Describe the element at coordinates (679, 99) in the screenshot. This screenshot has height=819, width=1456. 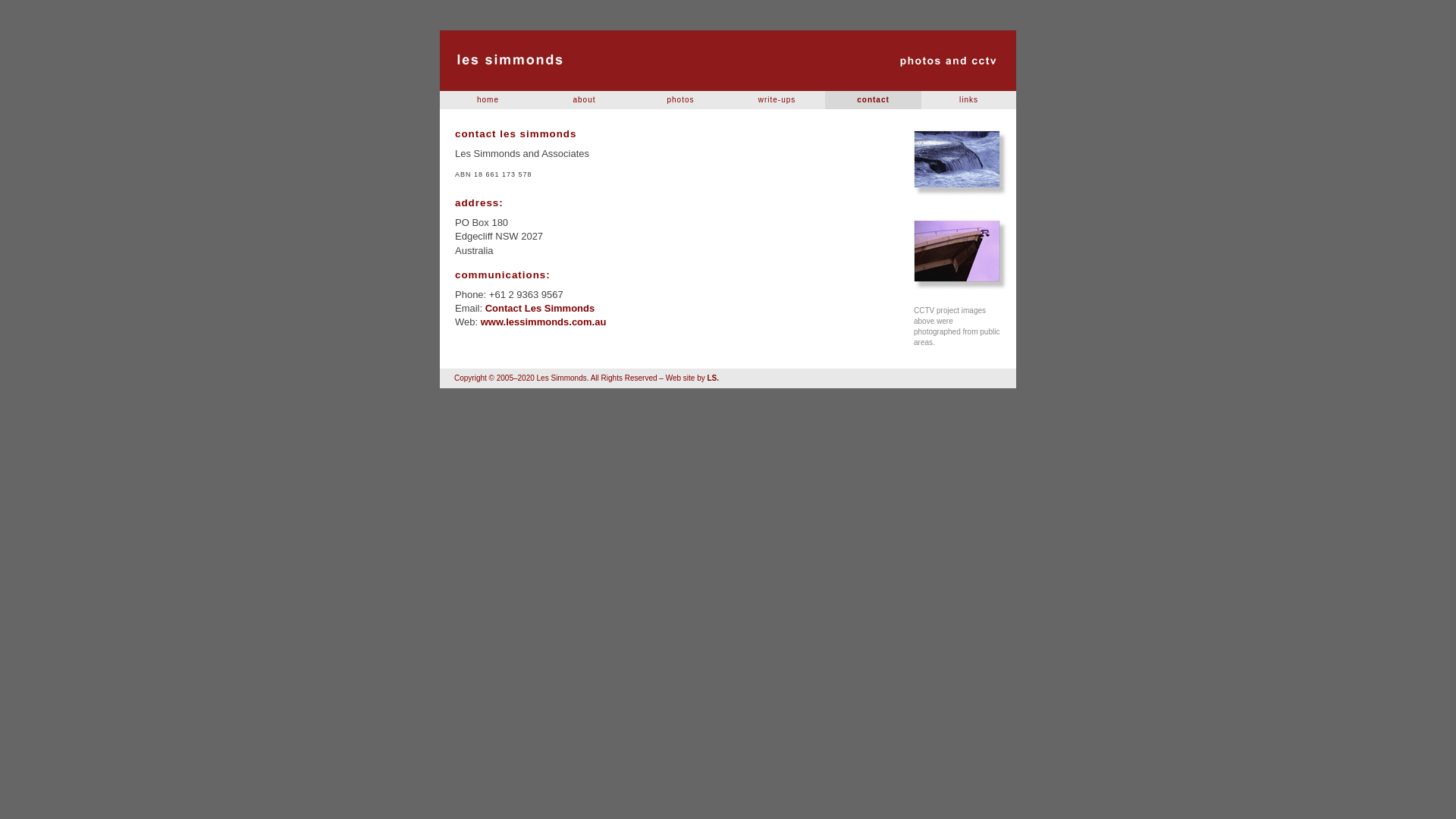
I see `'photos'` at that location.